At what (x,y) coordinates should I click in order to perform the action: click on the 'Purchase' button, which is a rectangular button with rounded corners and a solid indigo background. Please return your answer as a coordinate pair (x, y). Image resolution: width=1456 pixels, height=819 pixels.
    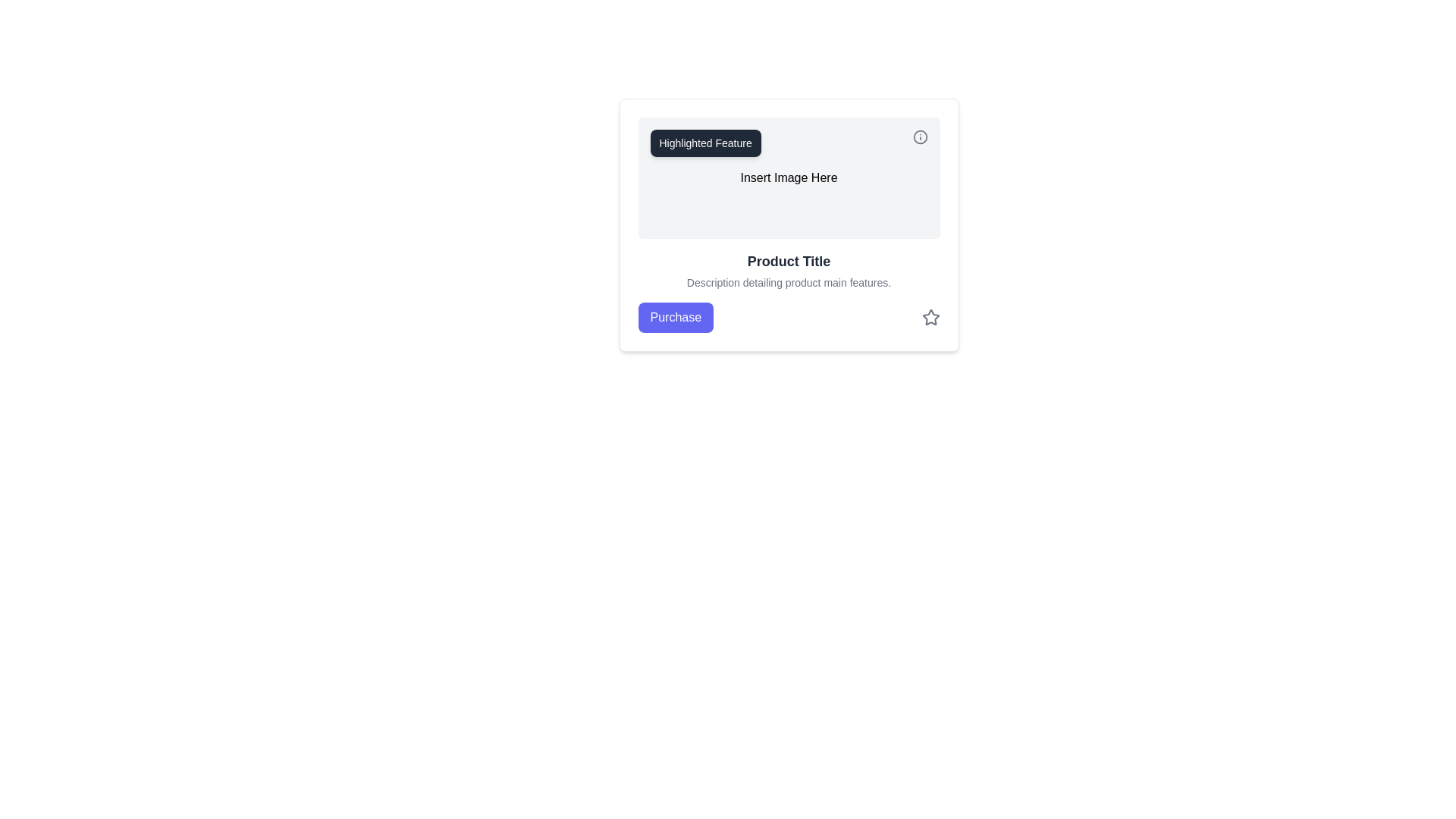
    Looking at the image, I should click on (675, 317).